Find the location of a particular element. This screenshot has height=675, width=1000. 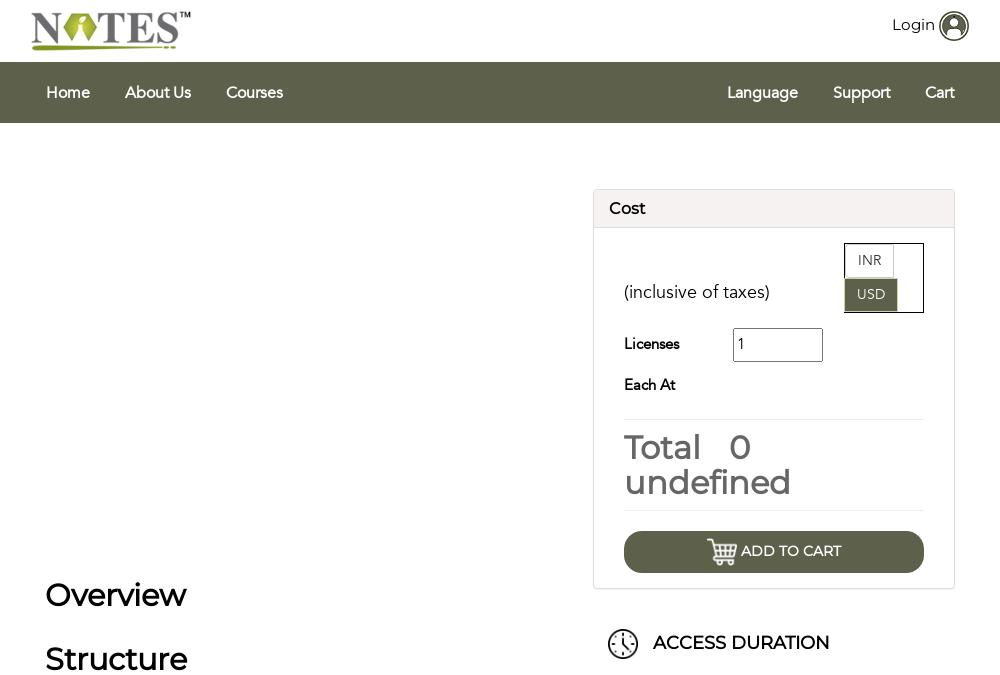

'Each At' is located at coordinates (649, 384).